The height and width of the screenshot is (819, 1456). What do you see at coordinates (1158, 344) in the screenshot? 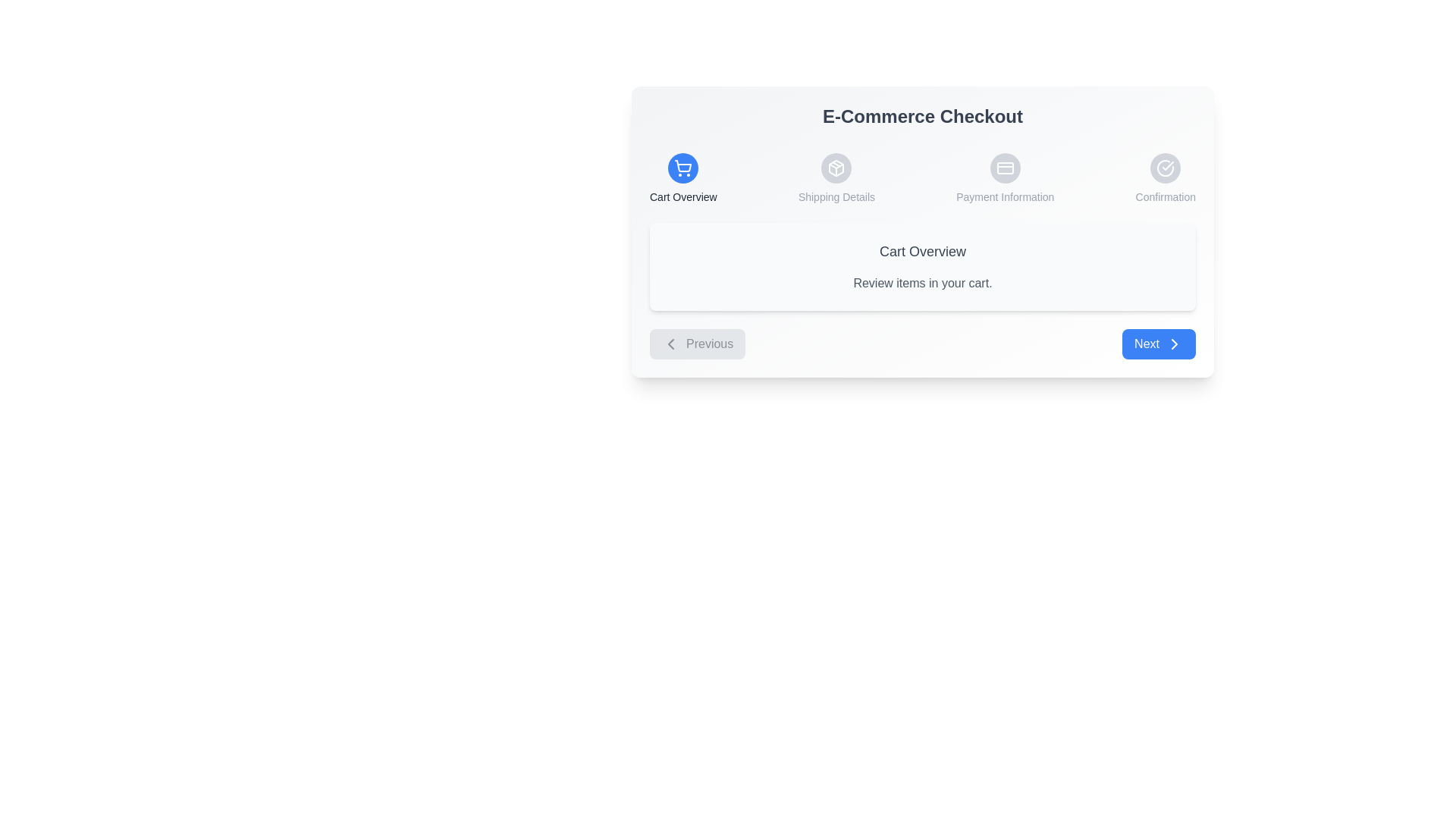
I see `the 'Next' button located at the bottom right corner of the interface` at bounding box center [1158, 344].